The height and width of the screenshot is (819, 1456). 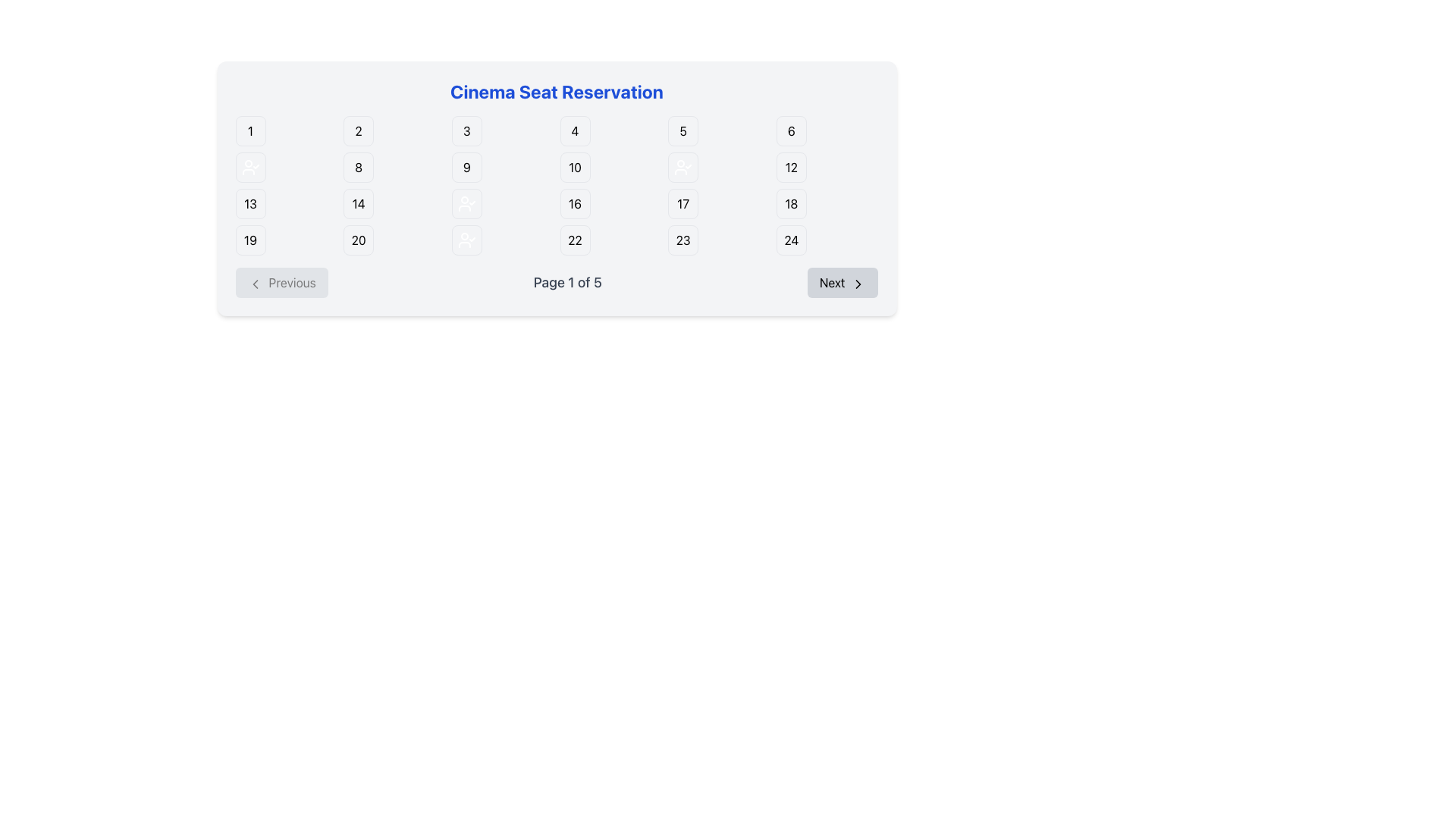 What do you see at coordinates (574, 167) in the screenshot?
I see `the selectable seat button representing seat number 10 in the cinema seat reservation system` at bounding box center [574, 167].